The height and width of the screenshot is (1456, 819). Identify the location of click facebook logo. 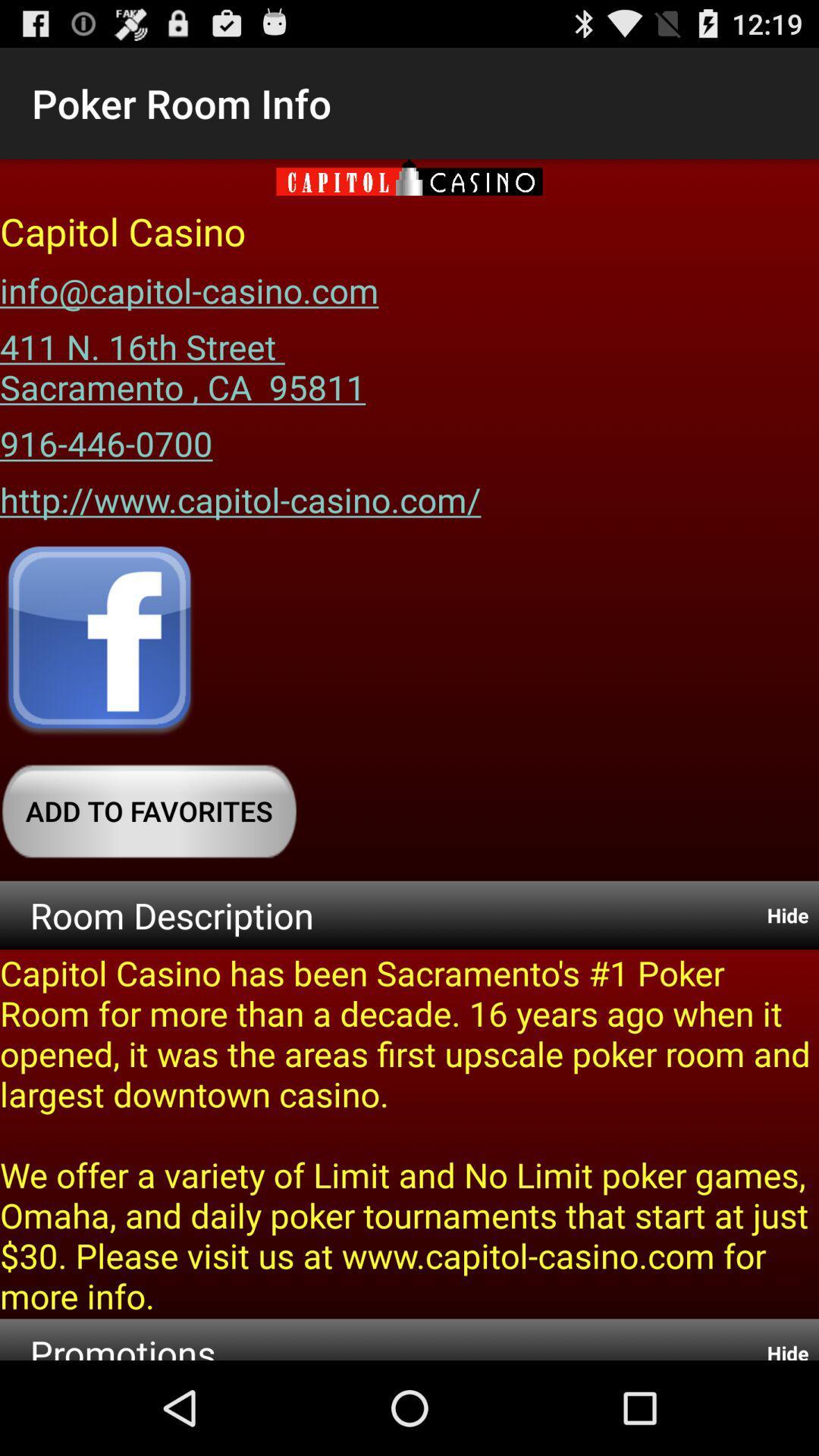
(99, 642).